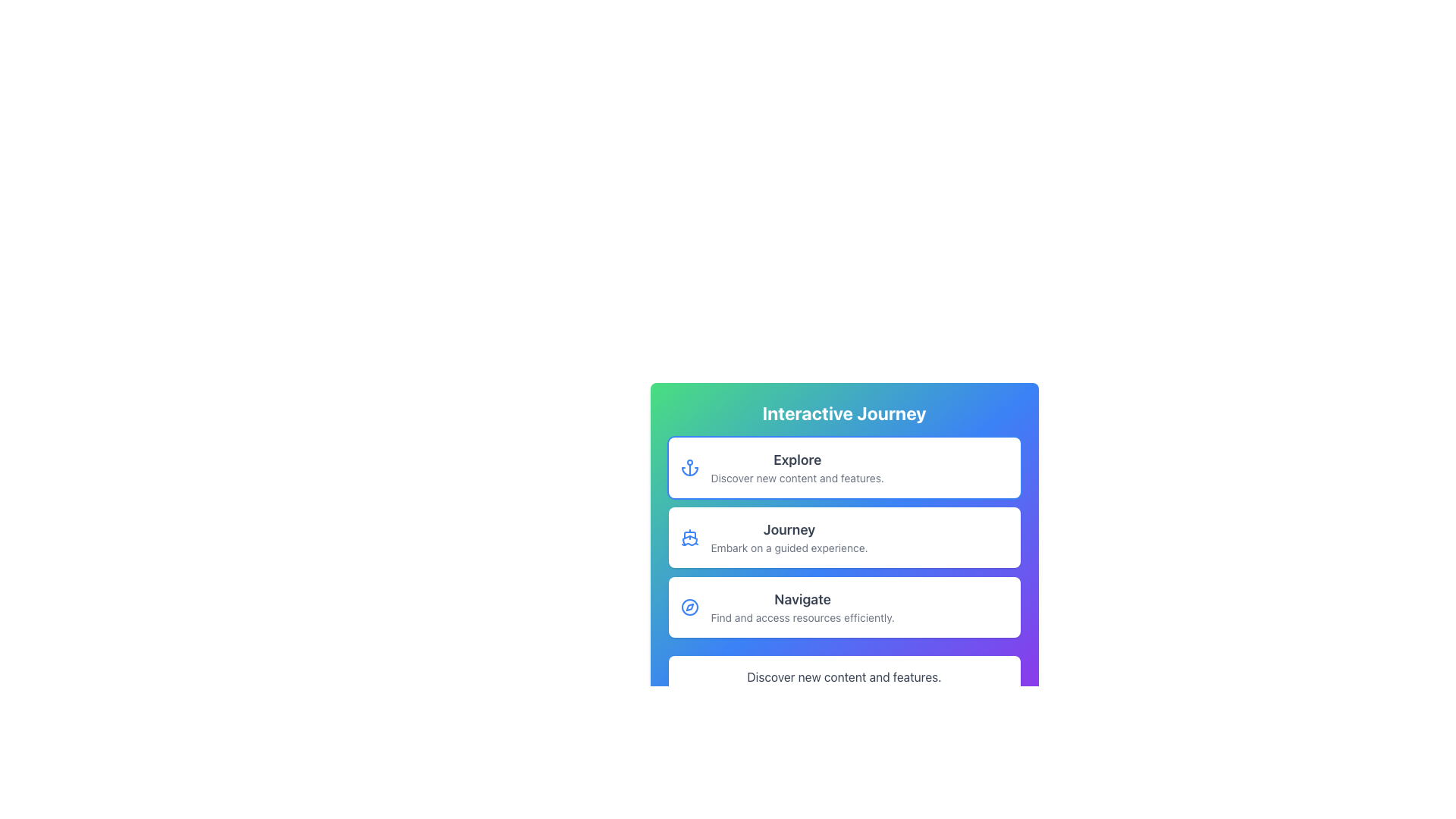 The height and width of the screenshot is (819, 1456). Describe the element at coordinates (802, 607) in the screenshot. I see `text of the third option in the 'Interactive Journey' section, which serves as a descriptive label for a feature` at that location.